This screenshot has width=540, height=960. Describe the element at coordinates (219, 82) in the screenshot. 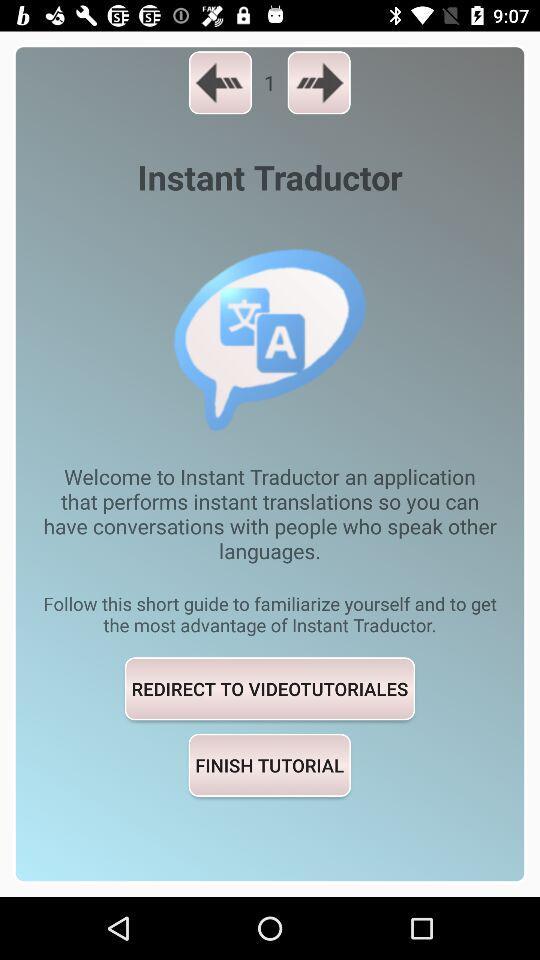

I see `the icon to the left of the  1` at that location.